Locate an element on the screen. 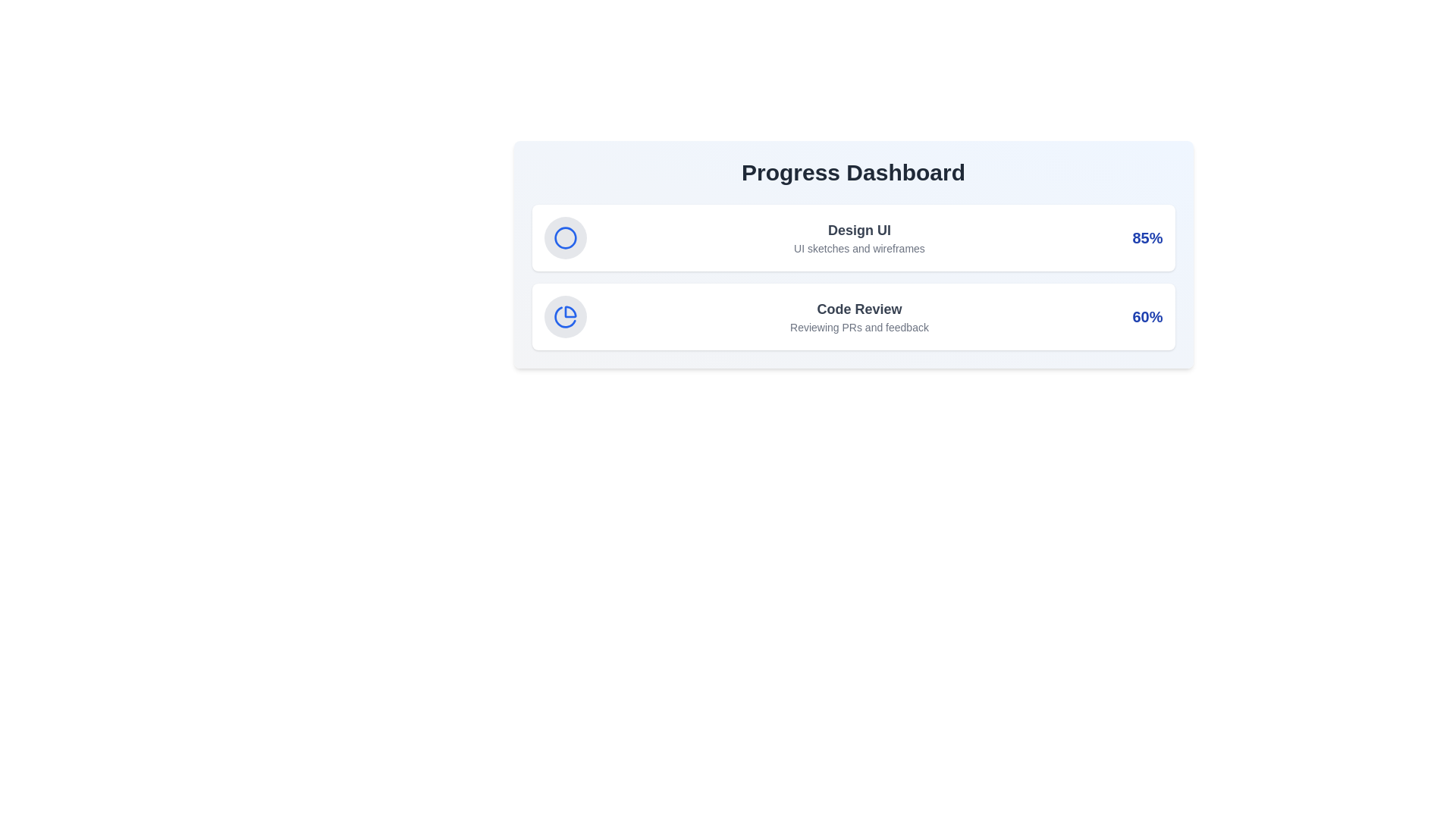  the 'Code Review' progress report icon located within the second item of the vertical list in the 'Progress Dashboard' section is located at coordinates (564, 315).